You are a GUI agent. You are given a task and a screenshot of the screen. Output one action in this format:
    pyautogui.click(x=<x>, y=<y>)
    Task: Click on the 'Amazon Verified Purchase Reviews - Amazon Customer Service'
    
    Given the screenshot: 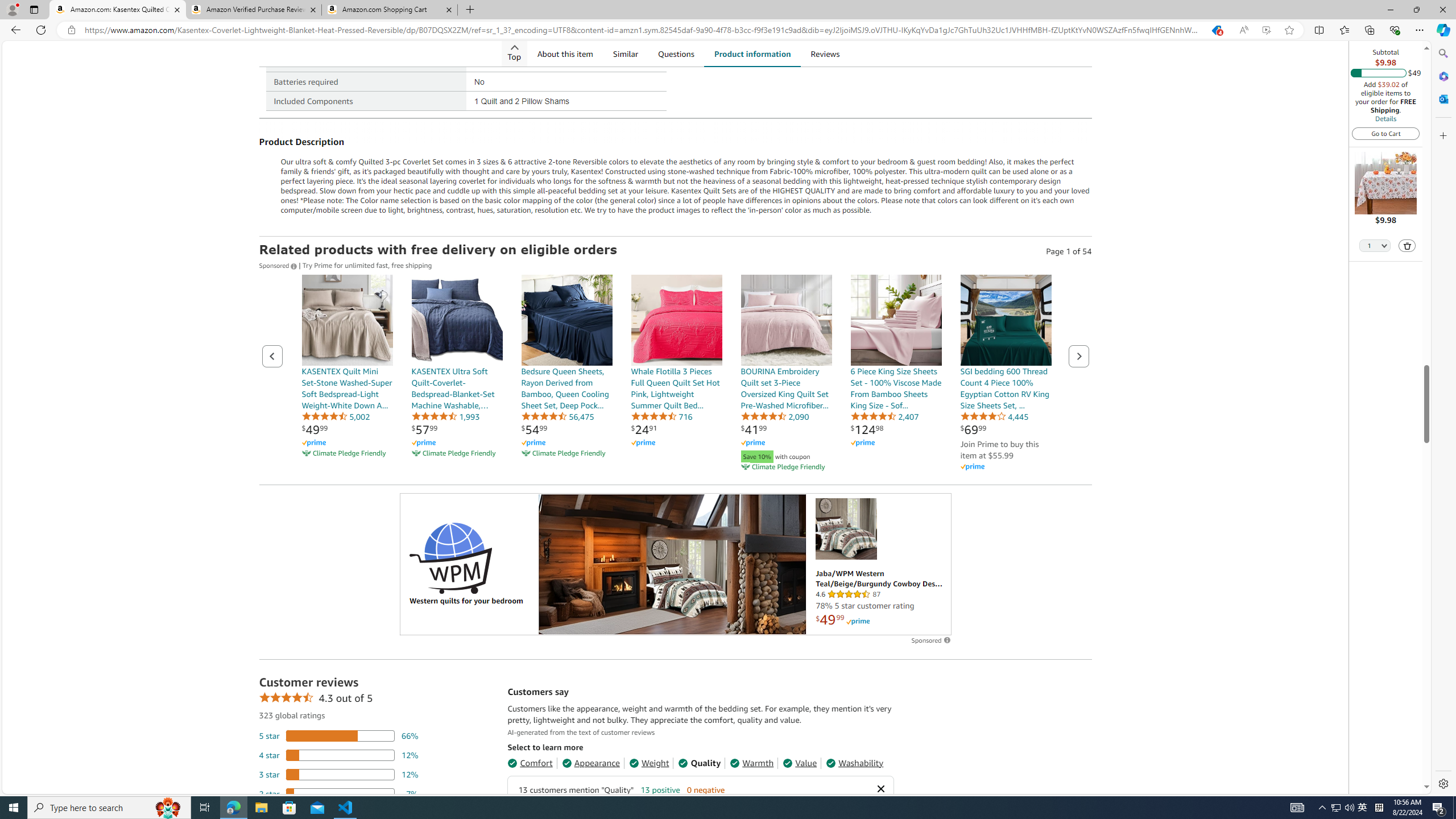 What is the action you would take?
    pyautogui.click(x=253, y=9)
    